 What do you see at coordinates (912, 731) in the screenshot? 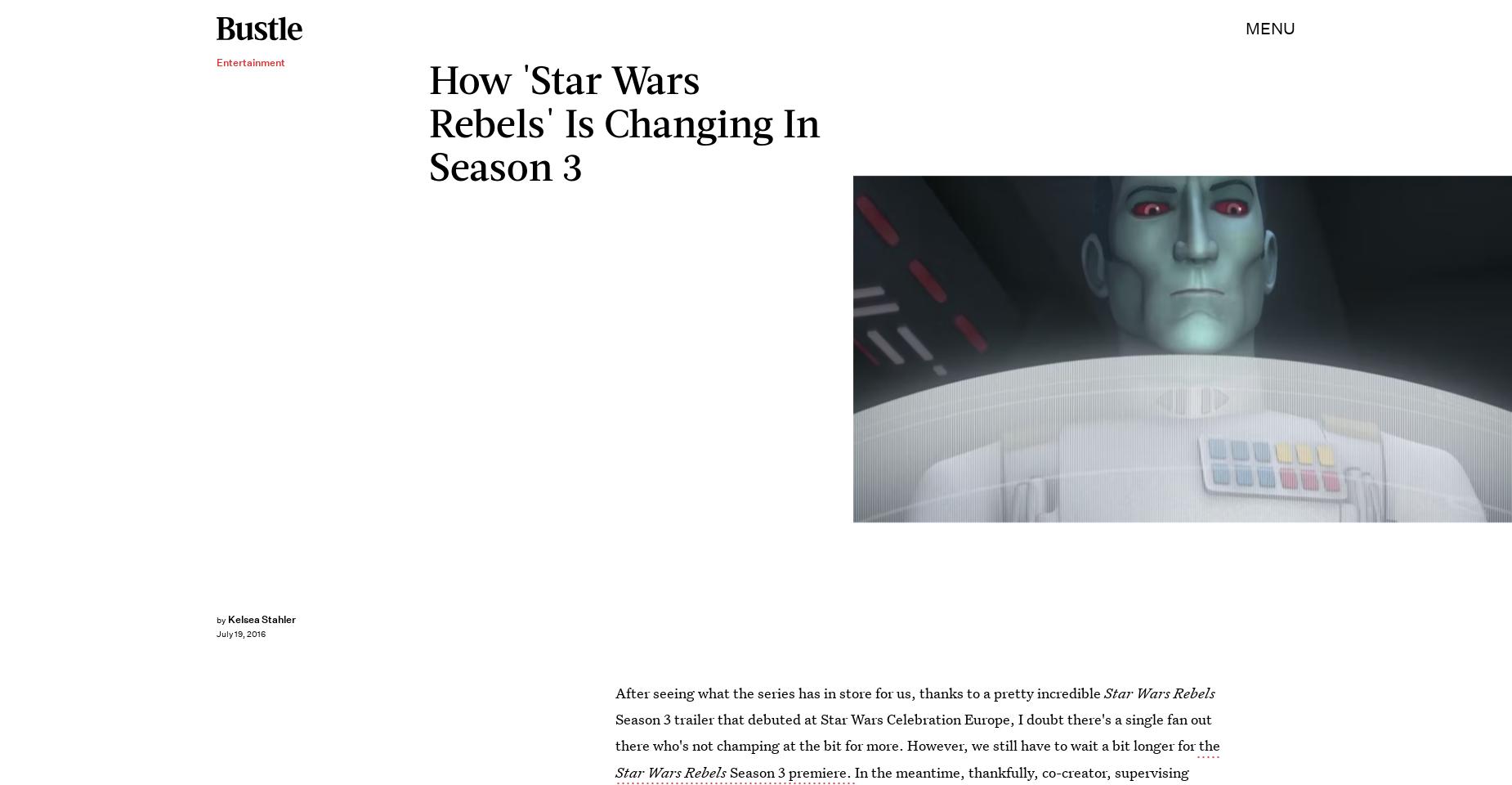
I see `'Season 3 trailer that debuted at Star Wars Celebration Europe, I doubt there's a single fan out there who's not champing at the bit for more. However, we still have to wait a bit longer for'` at bounding box center [912, 731].